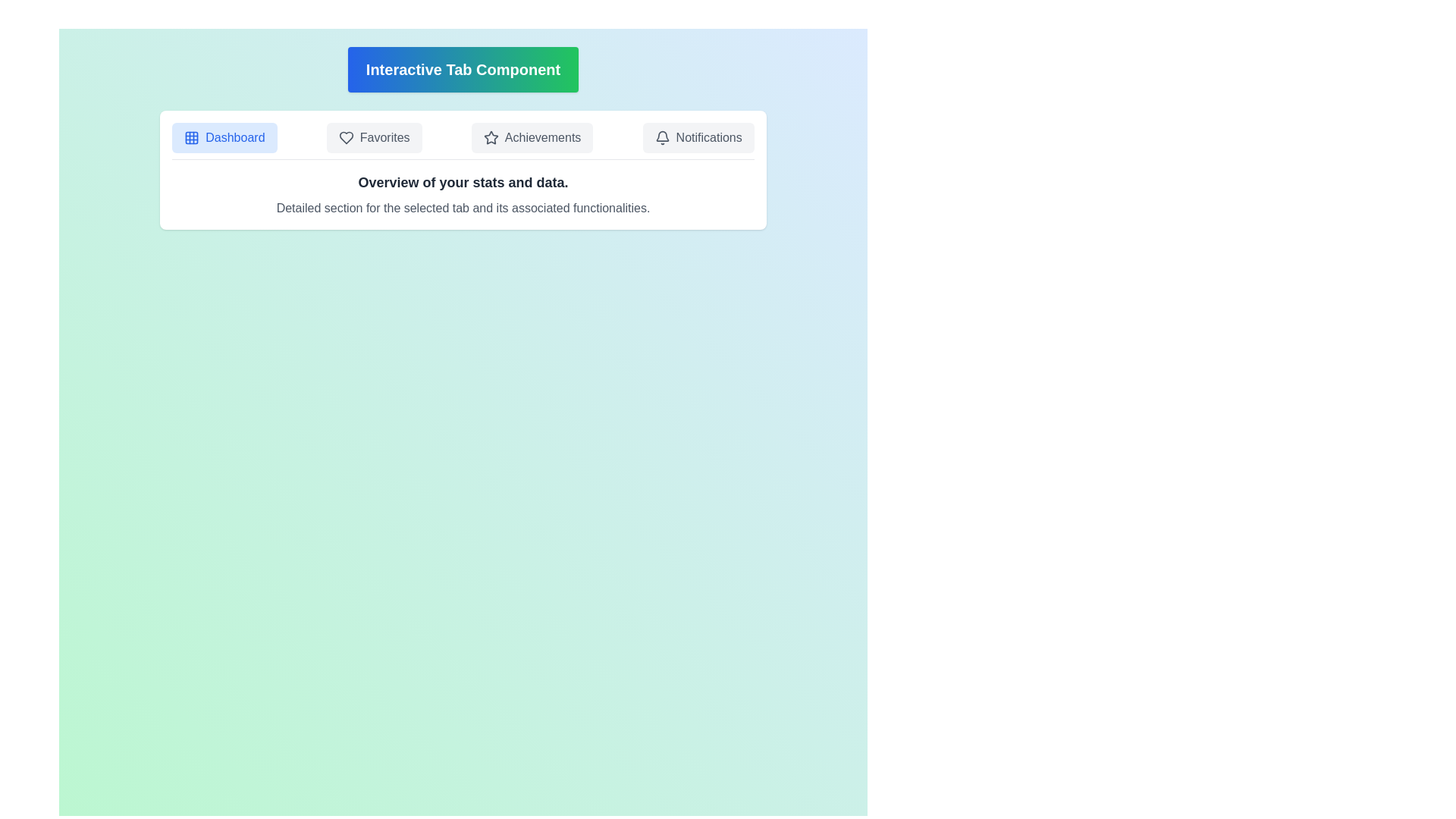  What do you see at coordinates (375, 137) in the screenshot?
I see `the tab labeled Favorites to view its associated content` at bounding box center [375, 137].